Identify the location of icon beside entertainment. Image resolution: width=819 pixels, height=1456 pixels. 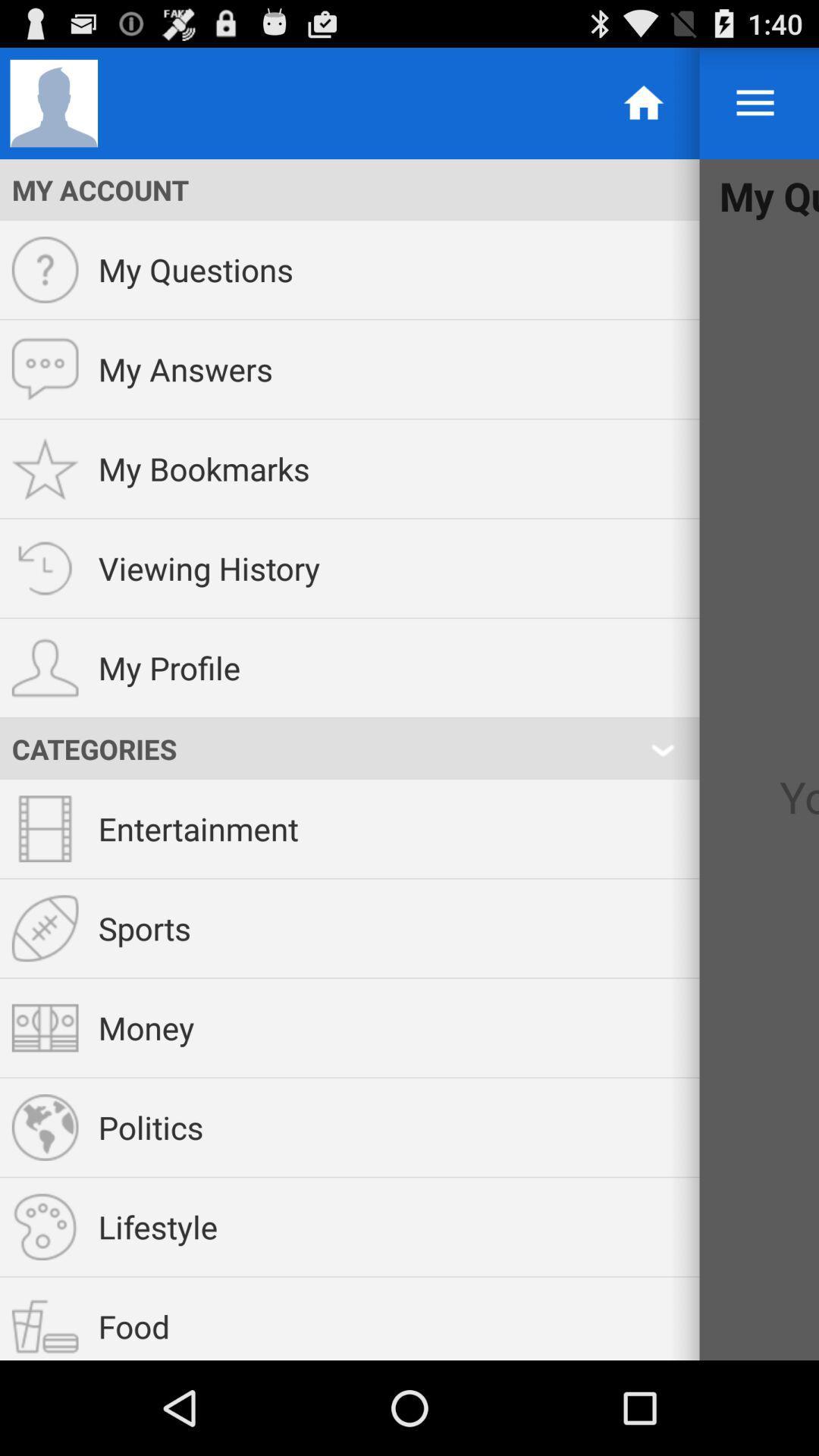
(45, 828).